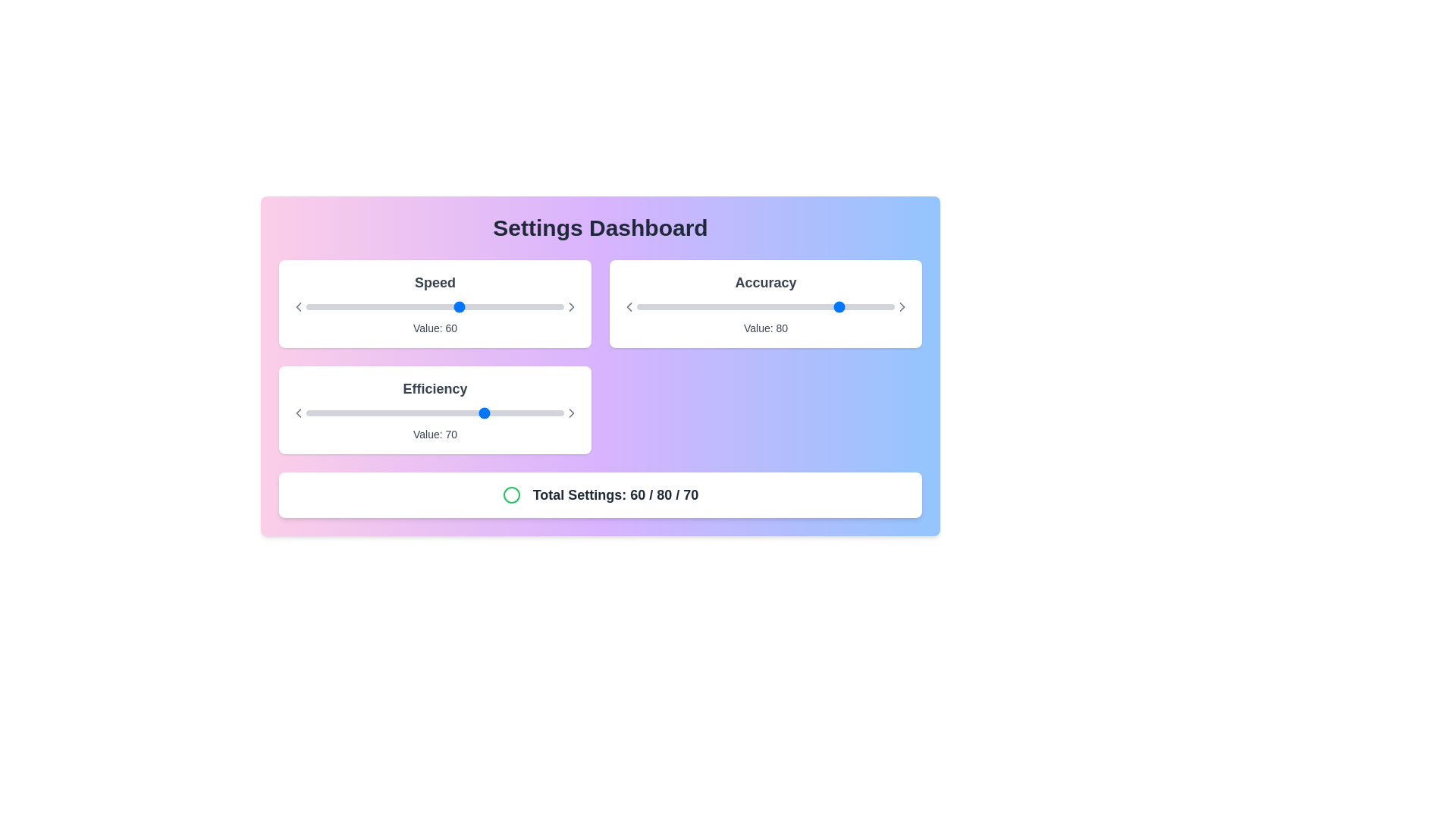 The width and height of the screenshot is (1456, 819). I want to click on the 'Speed' text label displaying the value '60', so click(435, 327).